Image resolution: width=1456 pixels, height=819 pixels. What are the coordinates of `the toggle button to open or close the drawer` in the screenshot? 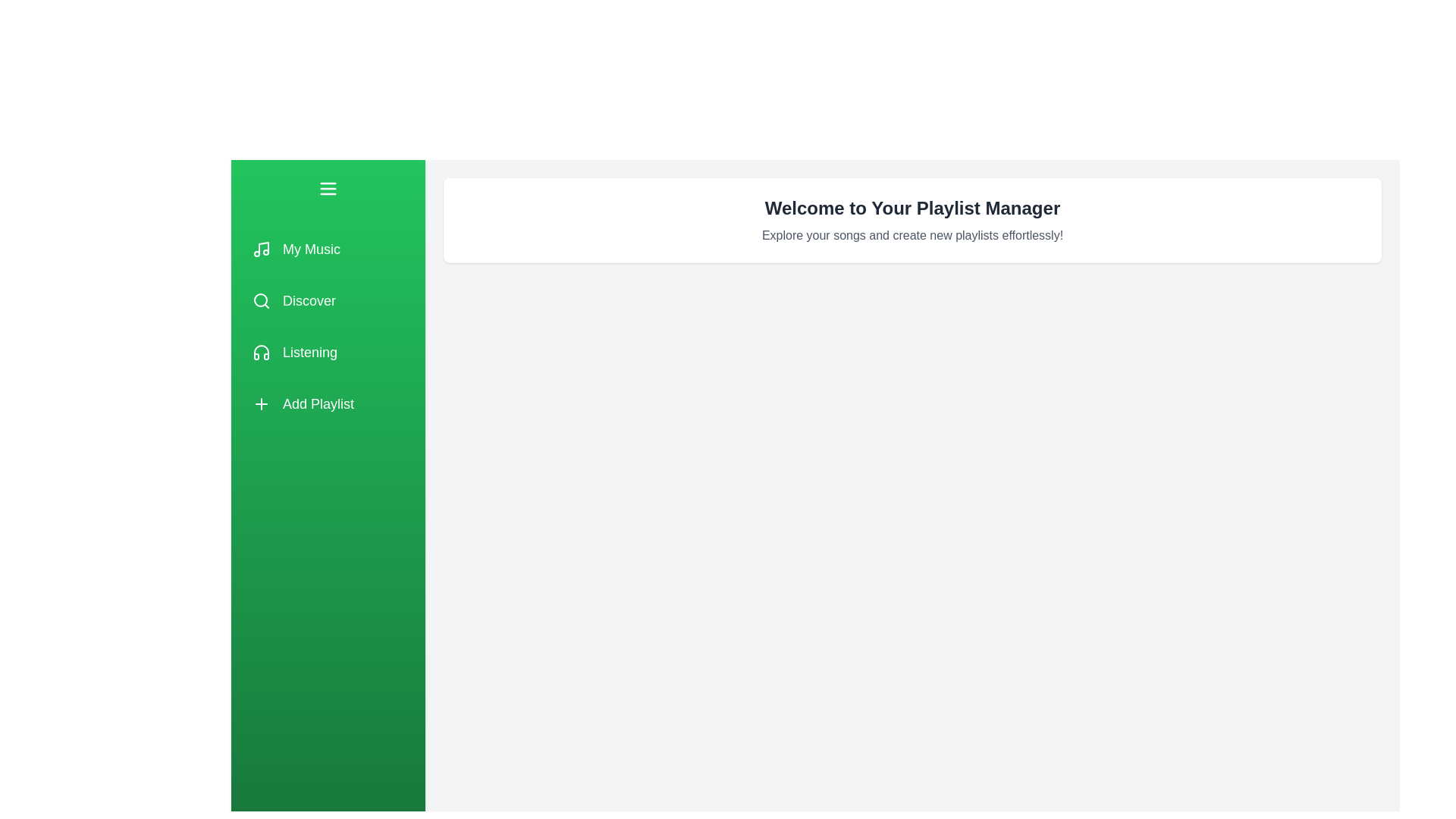 It's located at (327, 188).